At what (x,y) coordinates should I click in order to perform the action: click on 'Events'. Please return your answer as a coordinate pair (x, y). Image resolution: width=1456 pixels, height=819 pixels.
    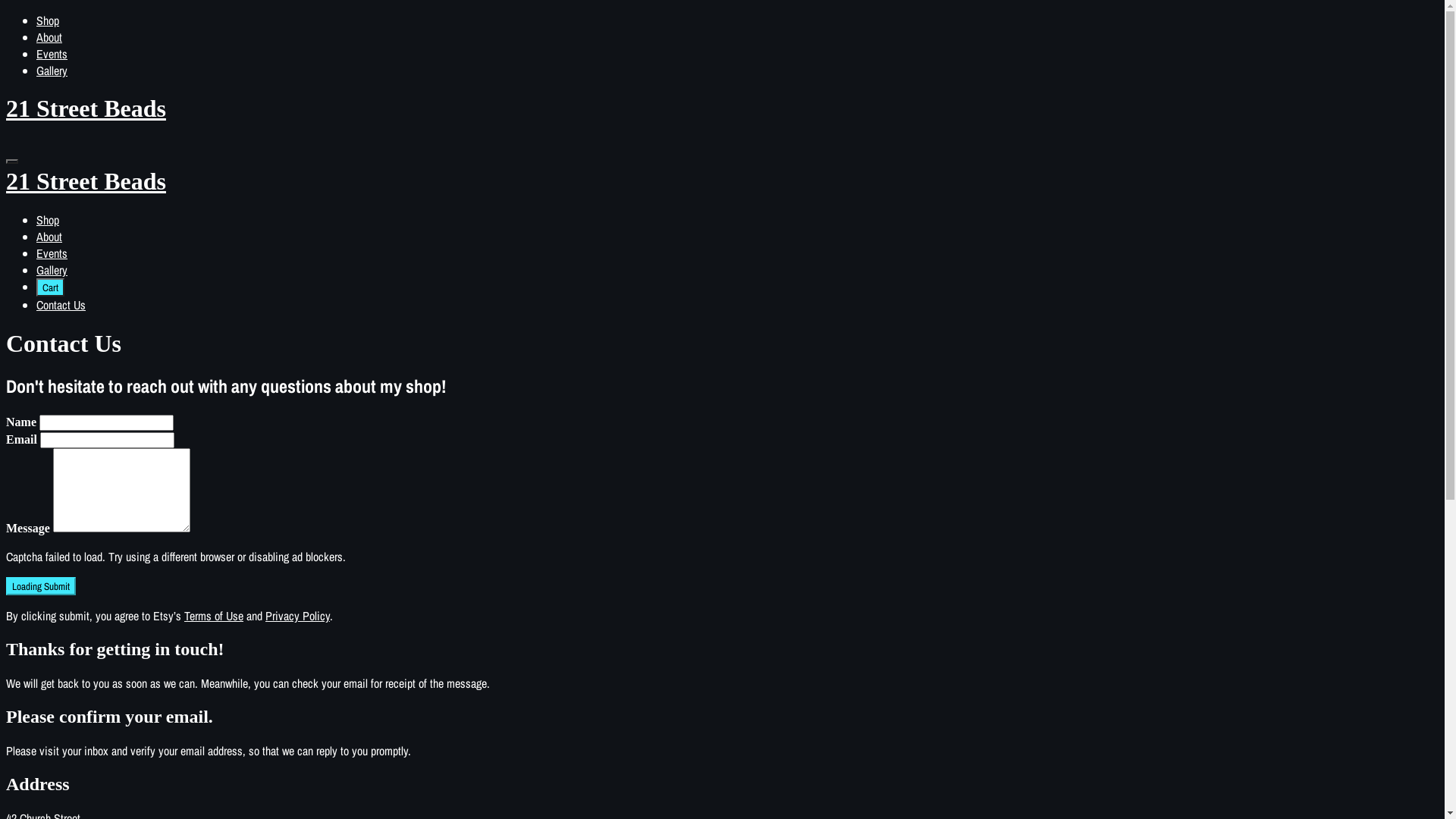
    Looking at the image, I should click on (52, 52).